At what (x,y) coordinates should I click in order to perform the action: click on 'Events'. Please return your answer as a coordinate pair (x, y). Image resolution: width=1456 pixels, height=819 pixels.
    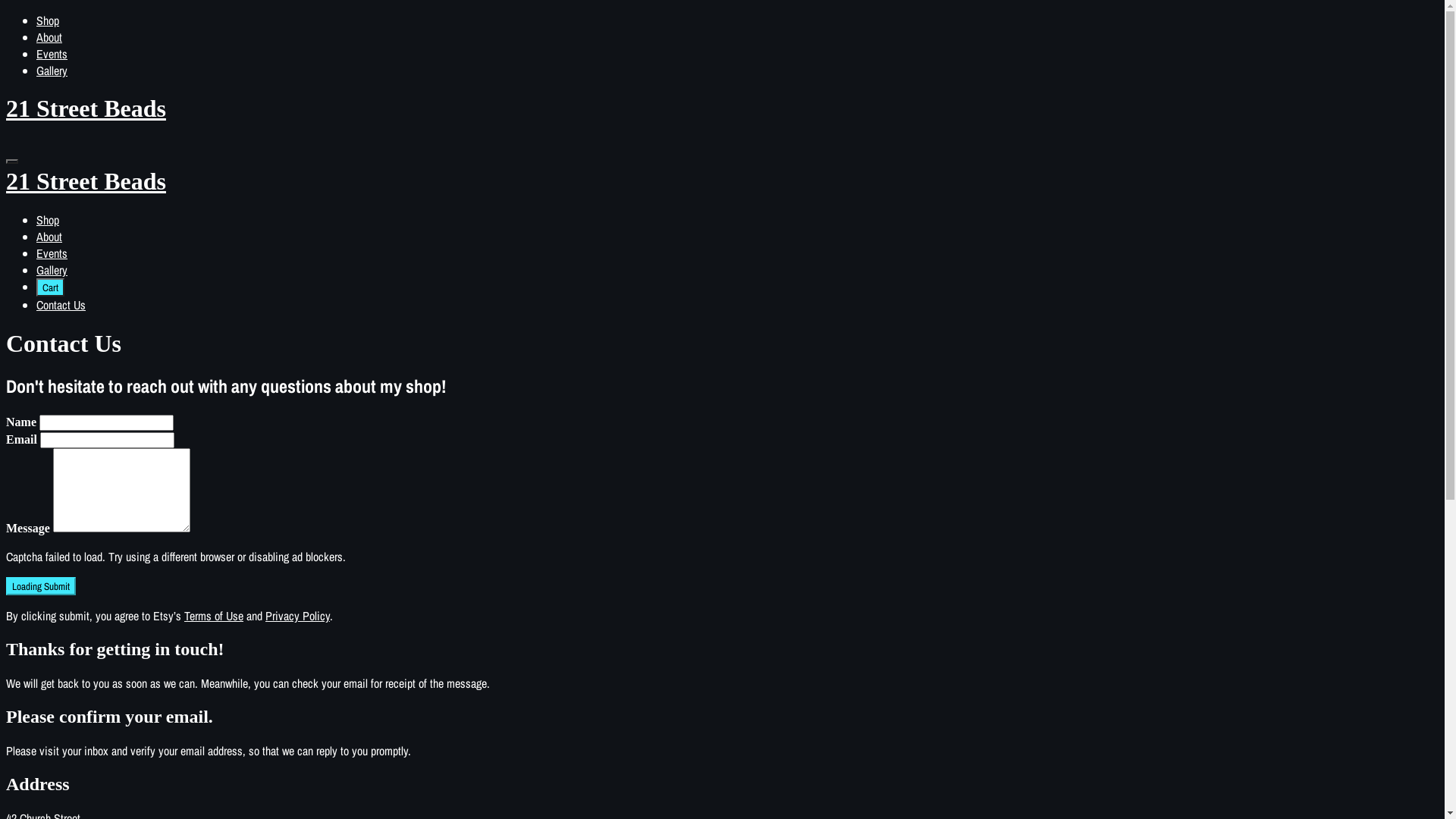
    Looking at the image, I should click on (52, 52).